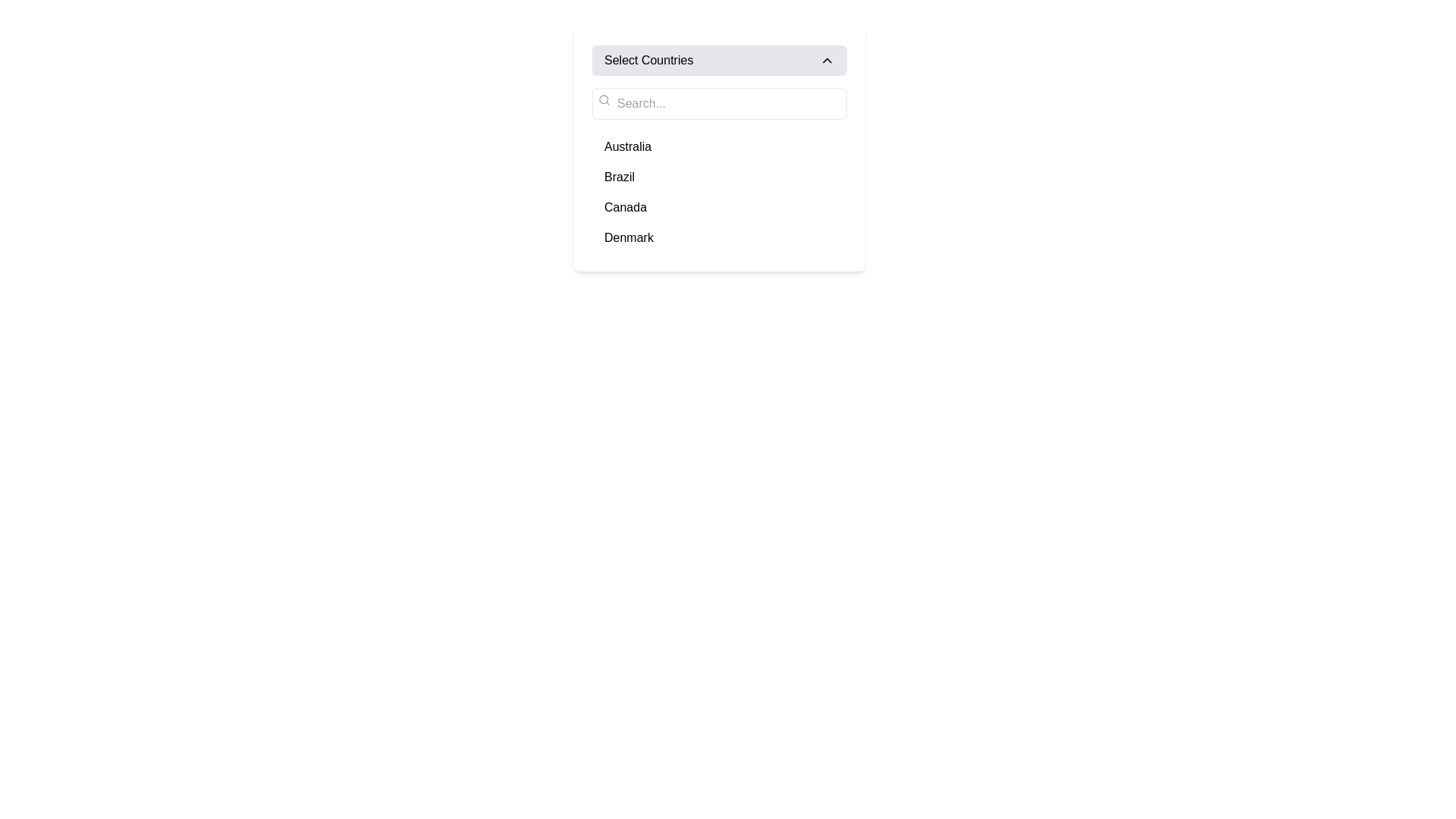 This screenshot has height=819, width=1456. What do you see at coordinates (719, 177) in the screenshot?
I see `the list item displaying the word 'Brazil' by moving the cursor to its center point programmatically` at bounding box center [719, 177].